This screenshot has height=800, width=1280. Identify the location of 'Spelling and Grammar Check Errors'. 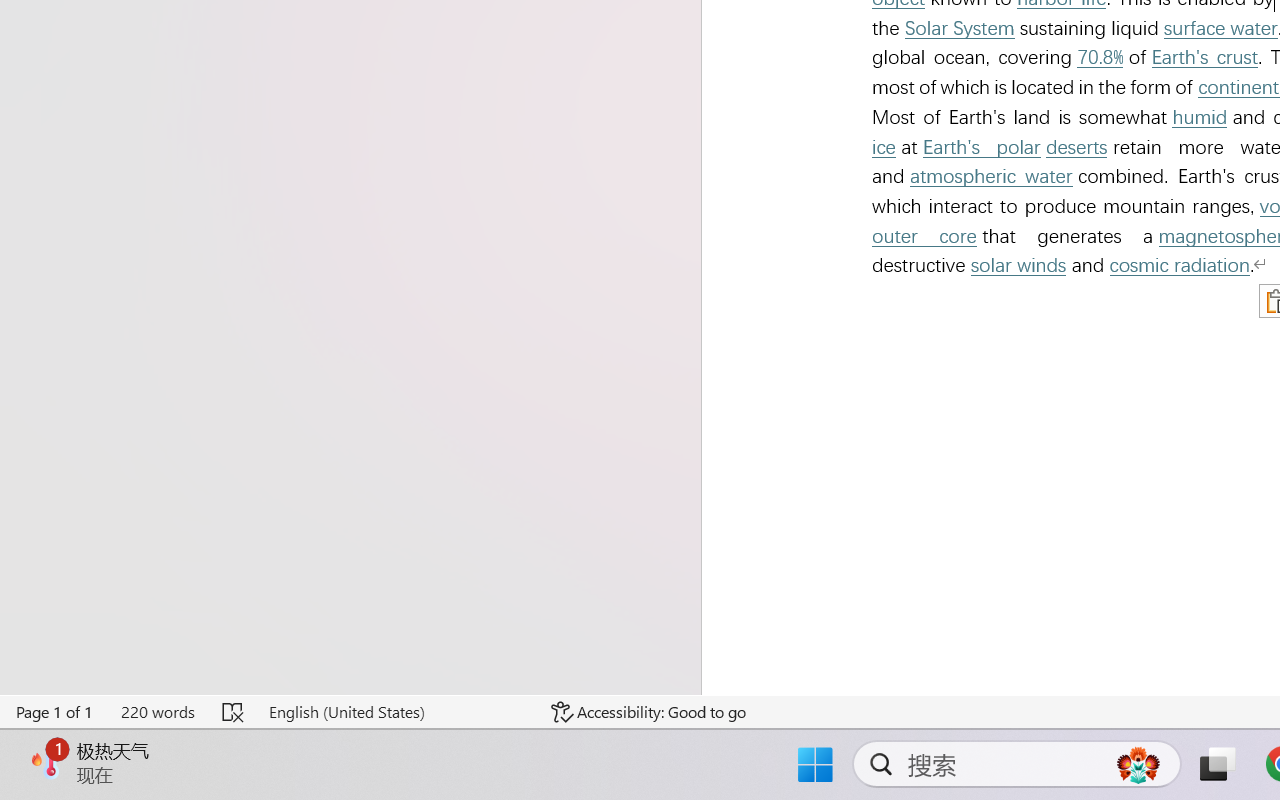
(234, 711).